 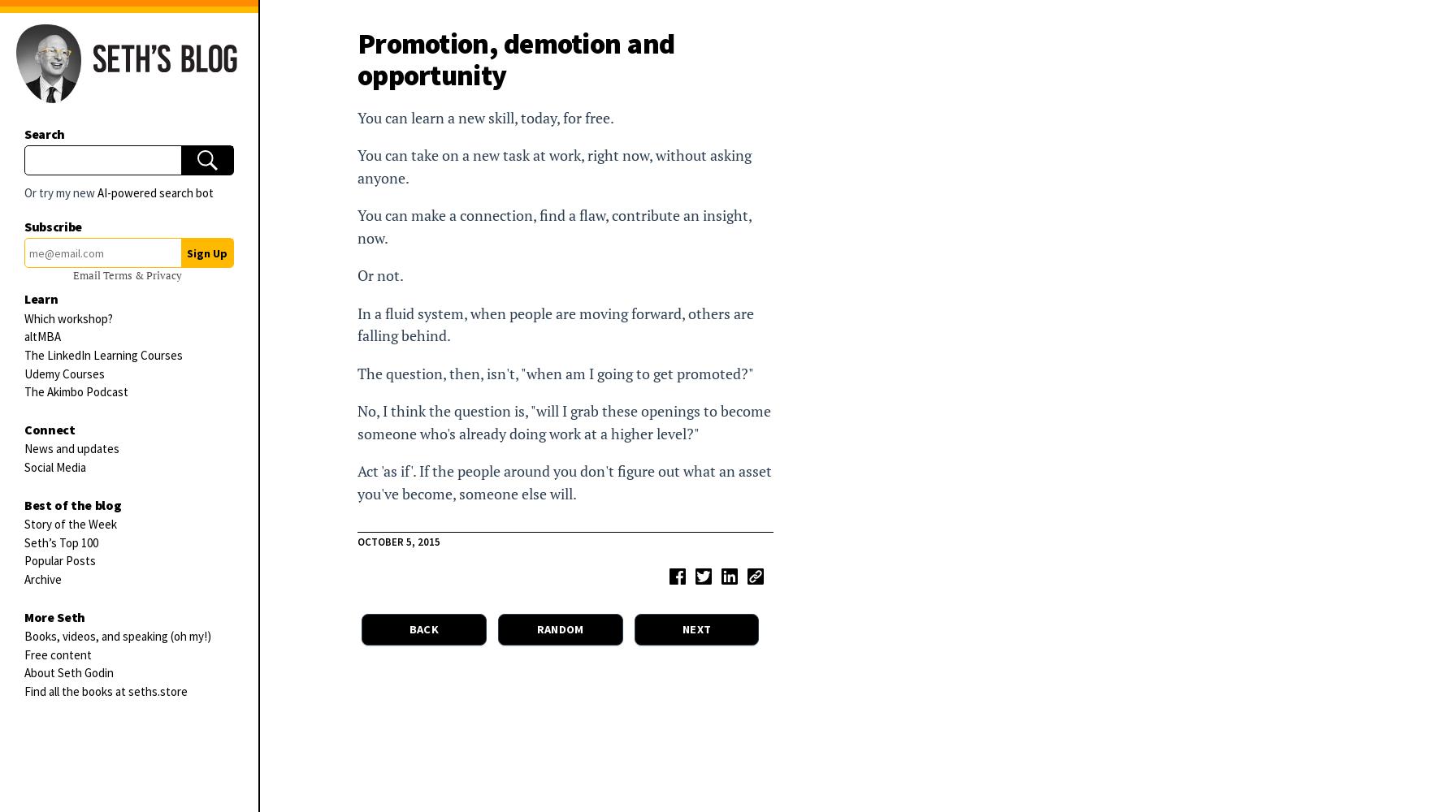 I want to click on 'Or not.', so click(x=357, y=274).